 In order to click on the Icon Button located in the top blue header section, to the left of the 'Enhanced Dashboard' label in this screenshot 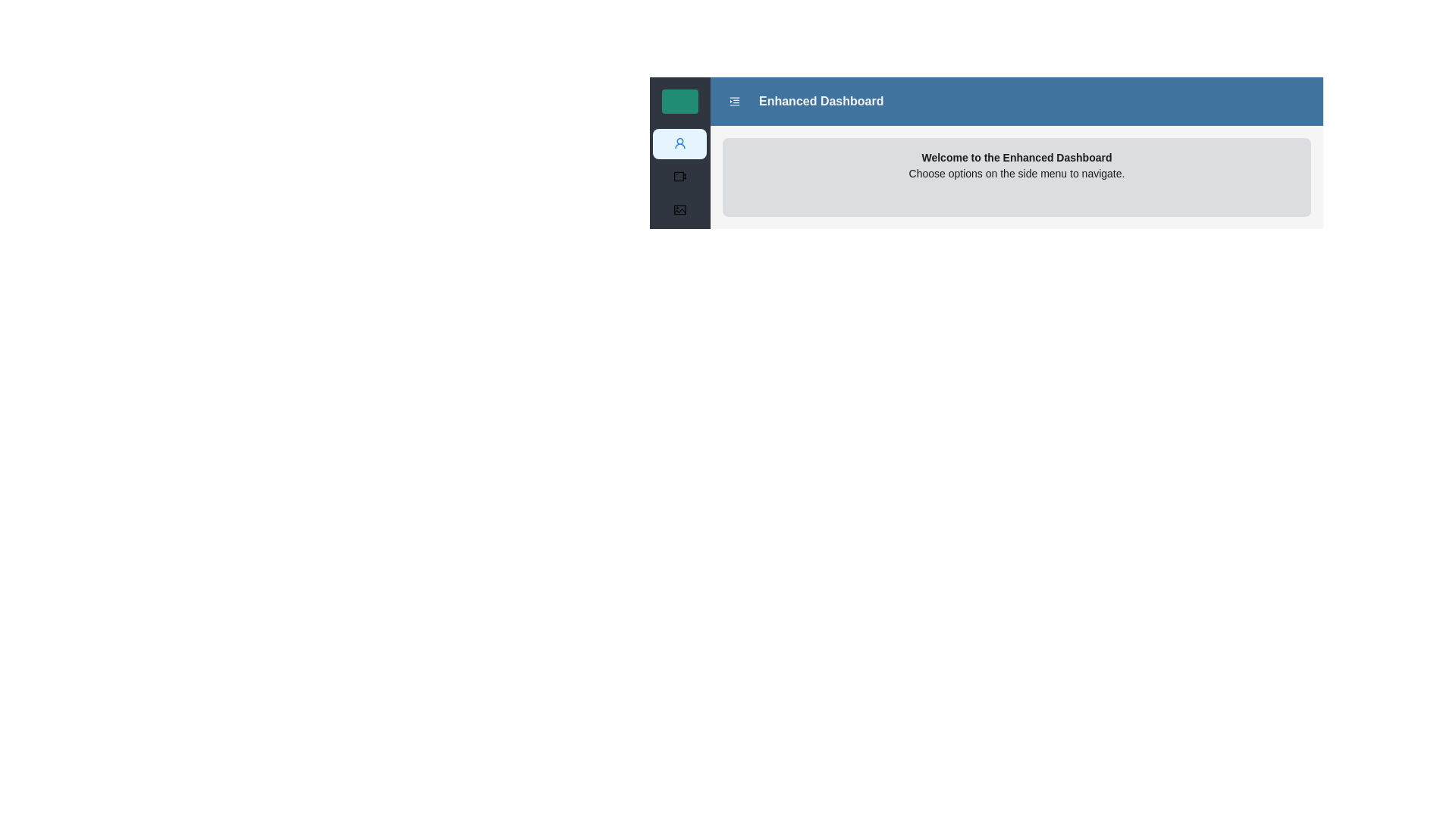, I will do `click(735, 102)`.